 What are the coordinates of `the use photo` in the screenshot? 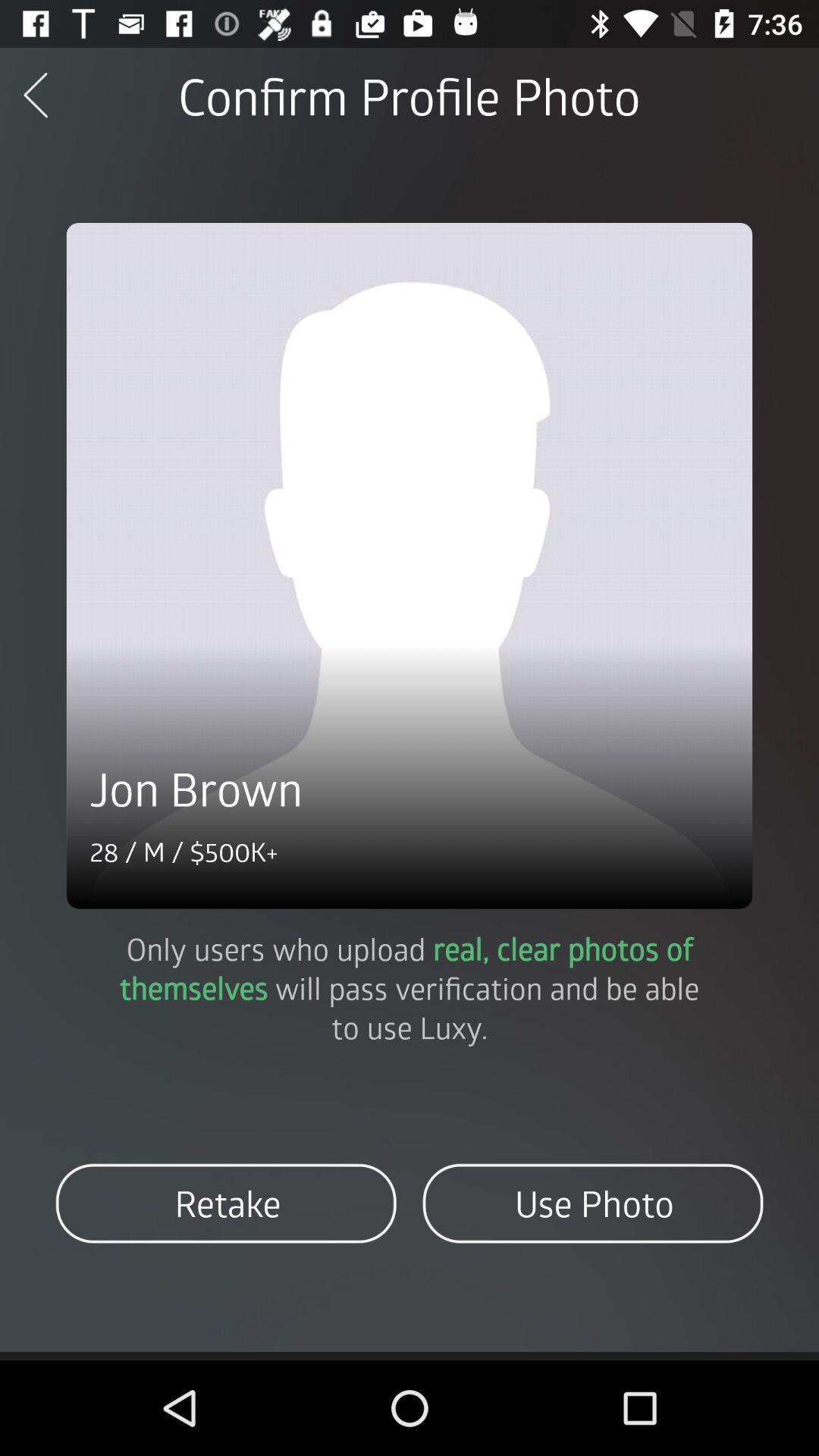 It's located at (591, 1203).